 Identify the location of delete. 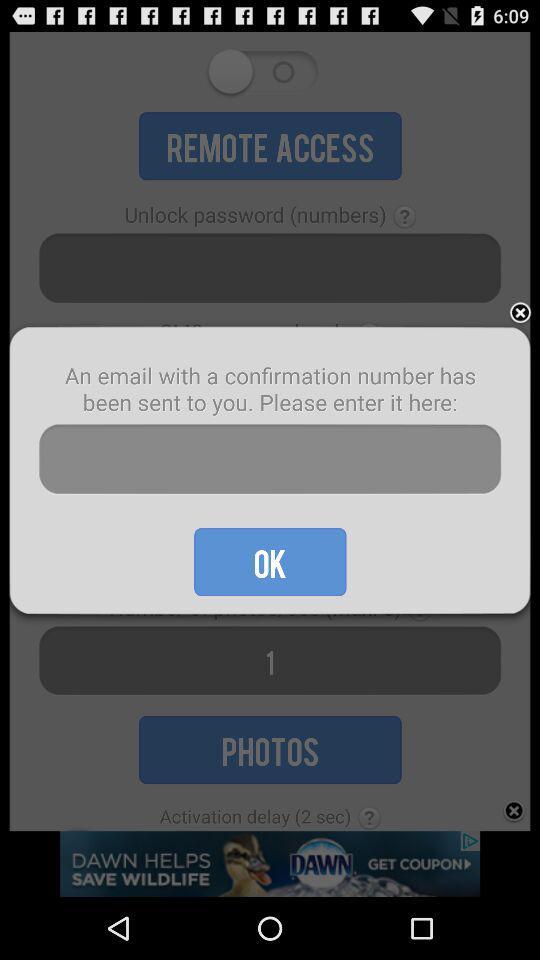
(520, 313).